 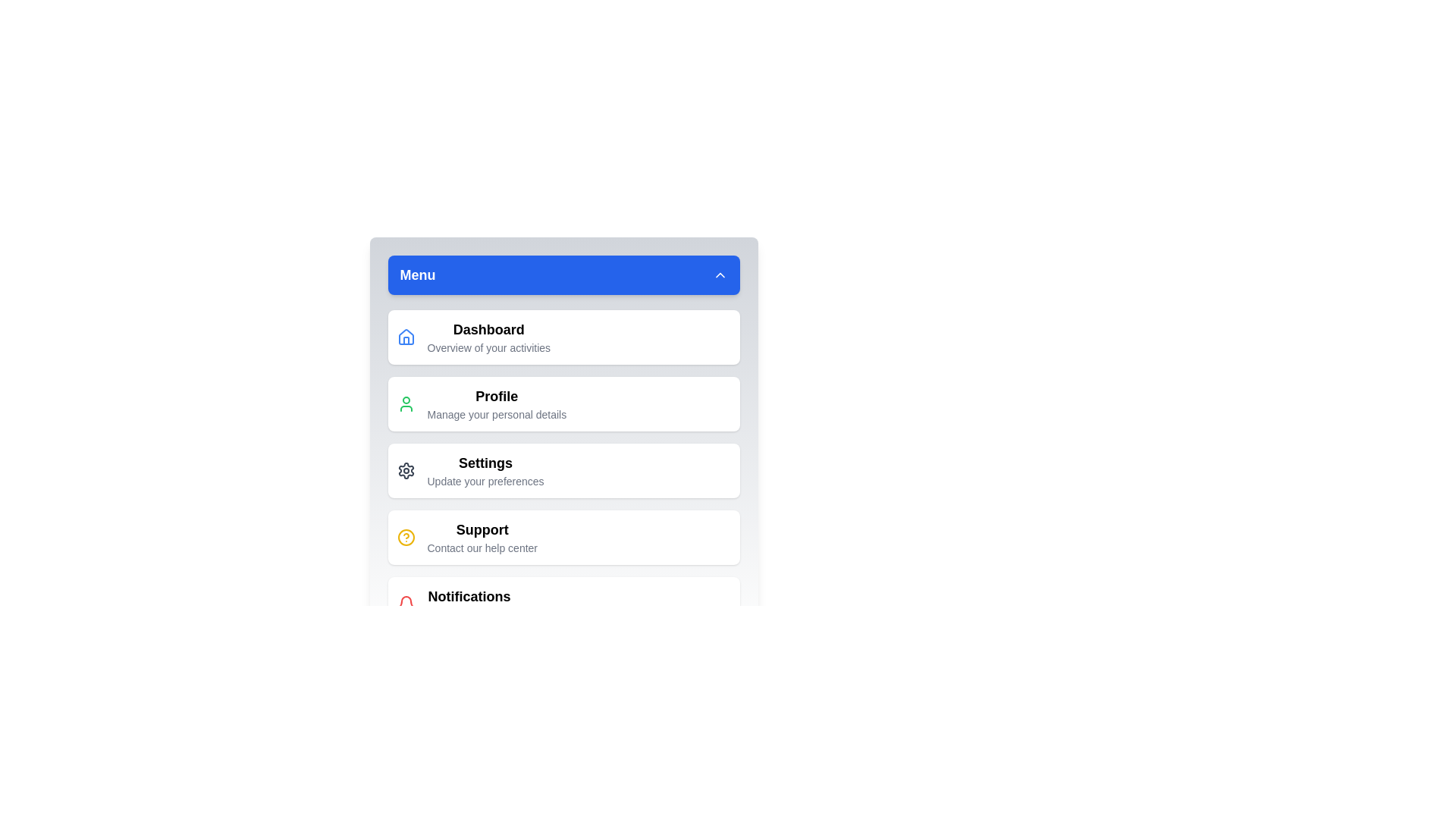 I want to click on the bolded 'Support' header label which is centrally aligned and located above the 'Contact our help center' text, so click(x=482, y=529).